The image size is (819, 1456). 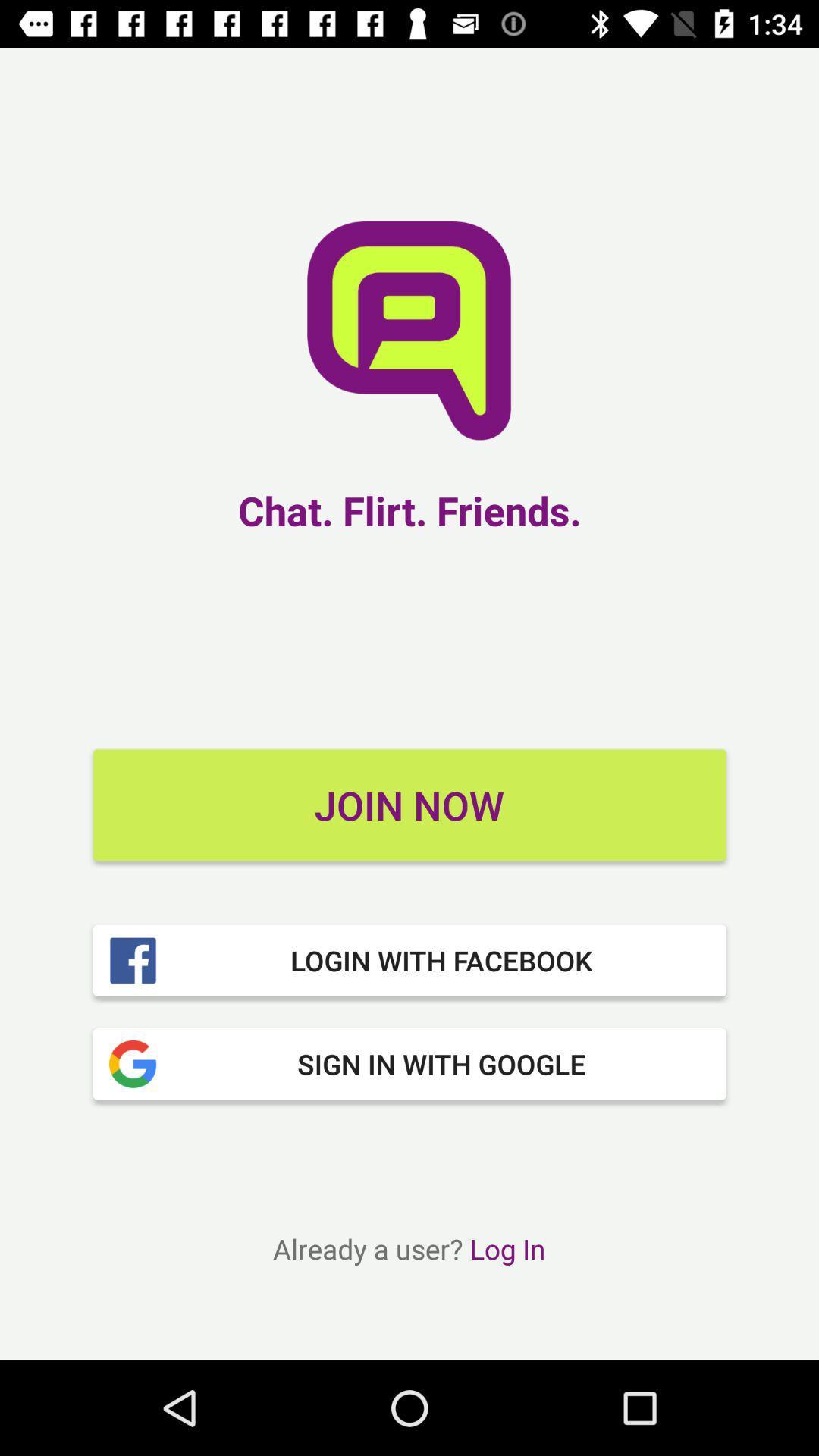 What do you see at coordinates (408, 1248) in the screenshot?
I see `the already a user` at bounding box center [408, 1248].